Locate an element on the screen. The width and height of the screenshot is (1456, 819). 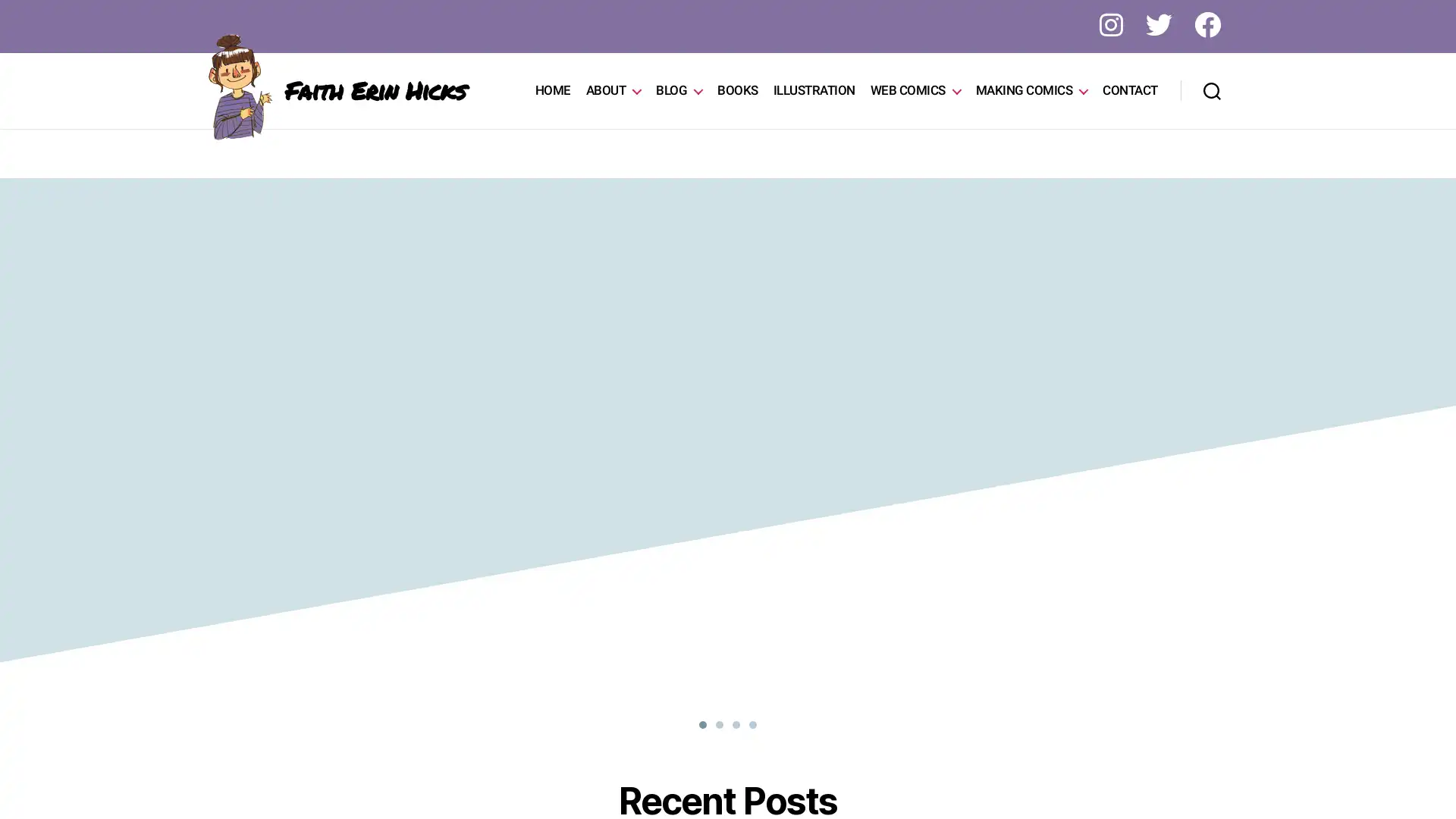
Slide 1 is located at coordinates (701, 723).